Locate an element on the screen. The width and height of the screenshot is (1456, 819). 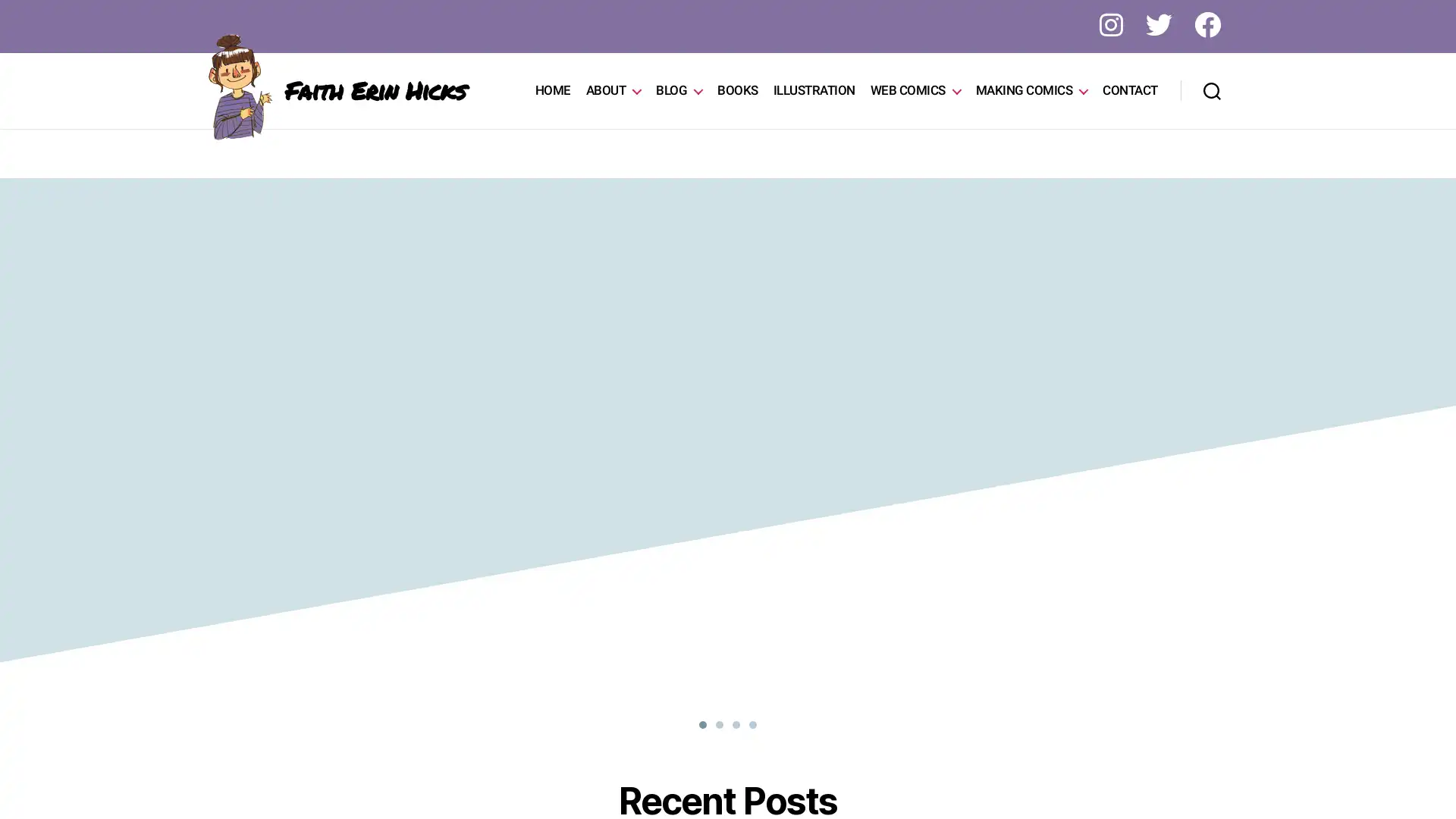
Slide 1 is located at coordinates (701, 723).